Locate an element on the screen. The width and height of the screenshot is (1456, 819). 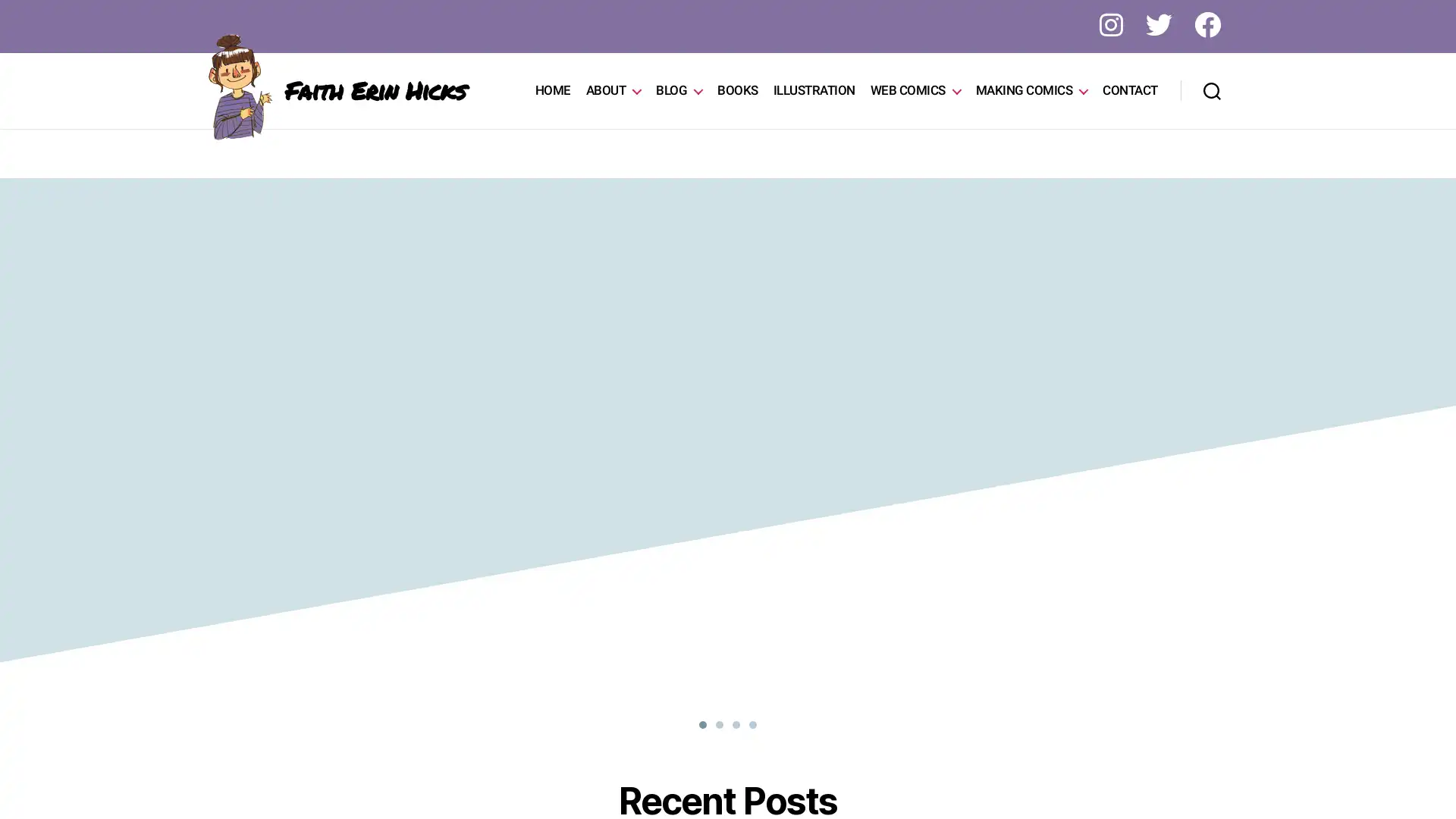
Slide 1 is located at coordinates (701, 723).